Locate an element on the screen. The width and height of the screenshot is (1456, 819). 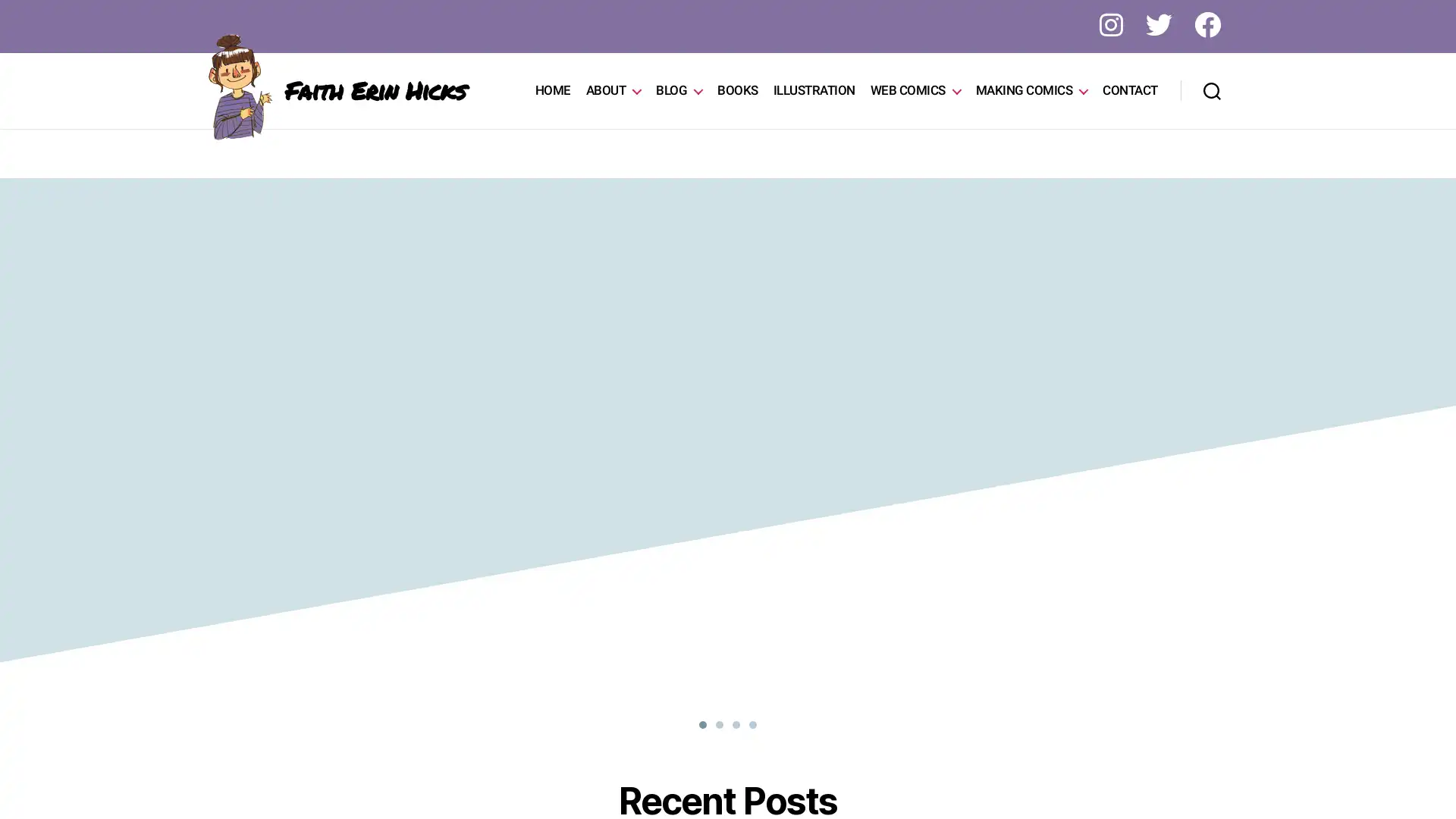
Slide 1 is located at coordinates (701, 723).